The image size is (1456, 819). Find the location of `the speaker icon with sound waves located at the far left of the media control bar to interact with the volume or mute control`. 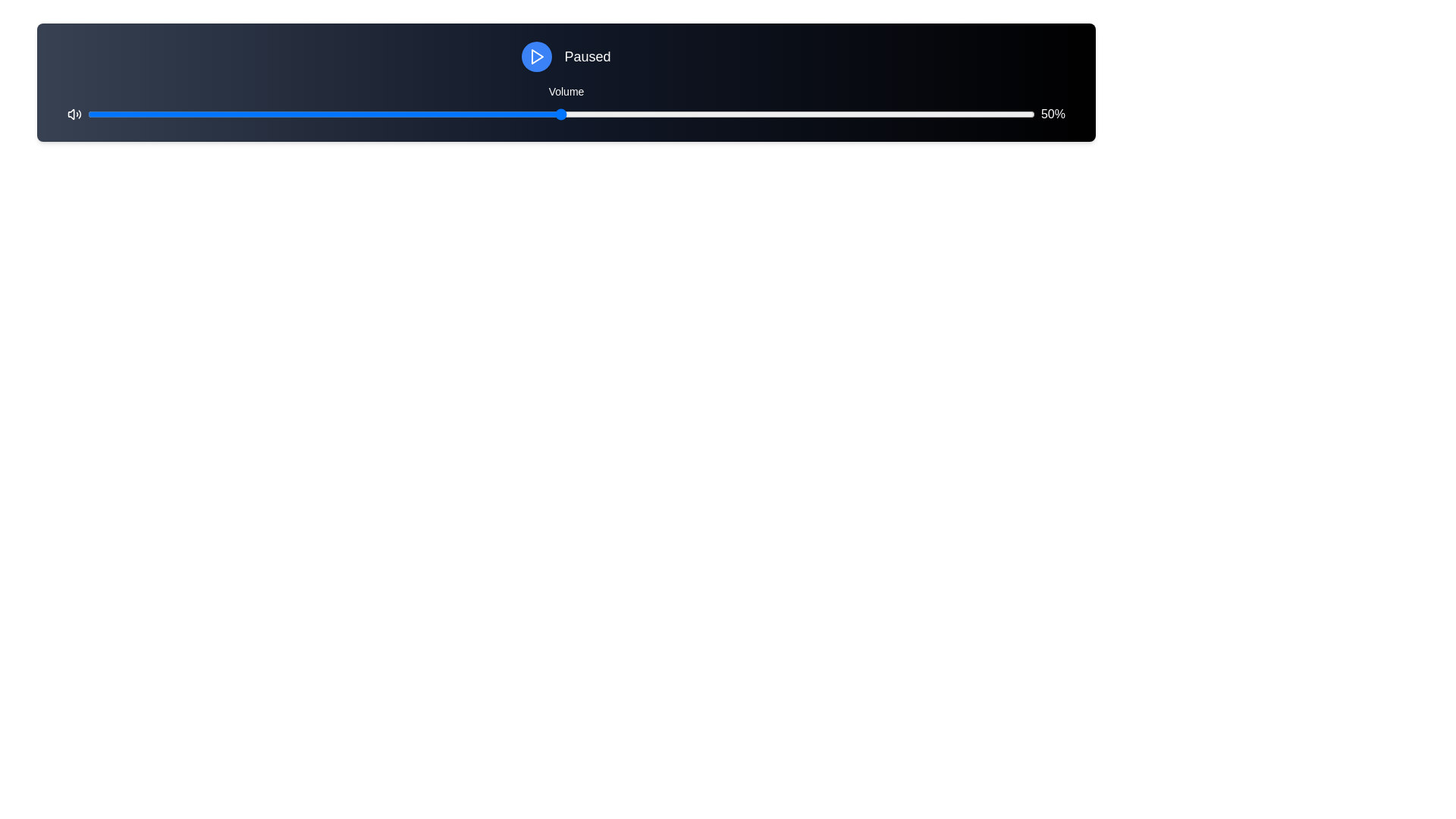

the speaker icon with sound waves located at the far left of the media control bar to interact with the volume or mute control is located at coordinates (71, 113).